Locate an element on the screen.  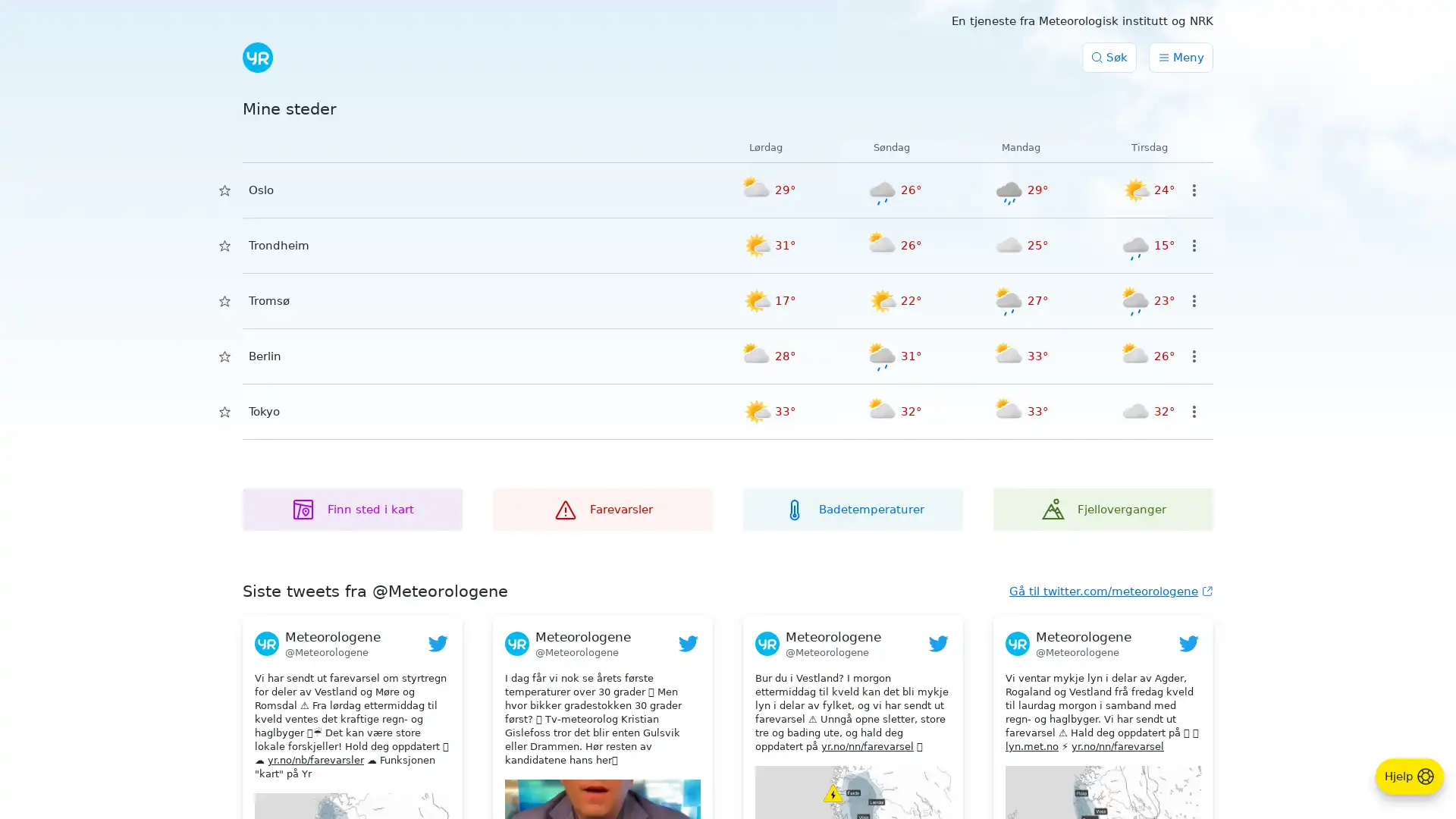
Valg for sted is located at coordinates (1193, 301).